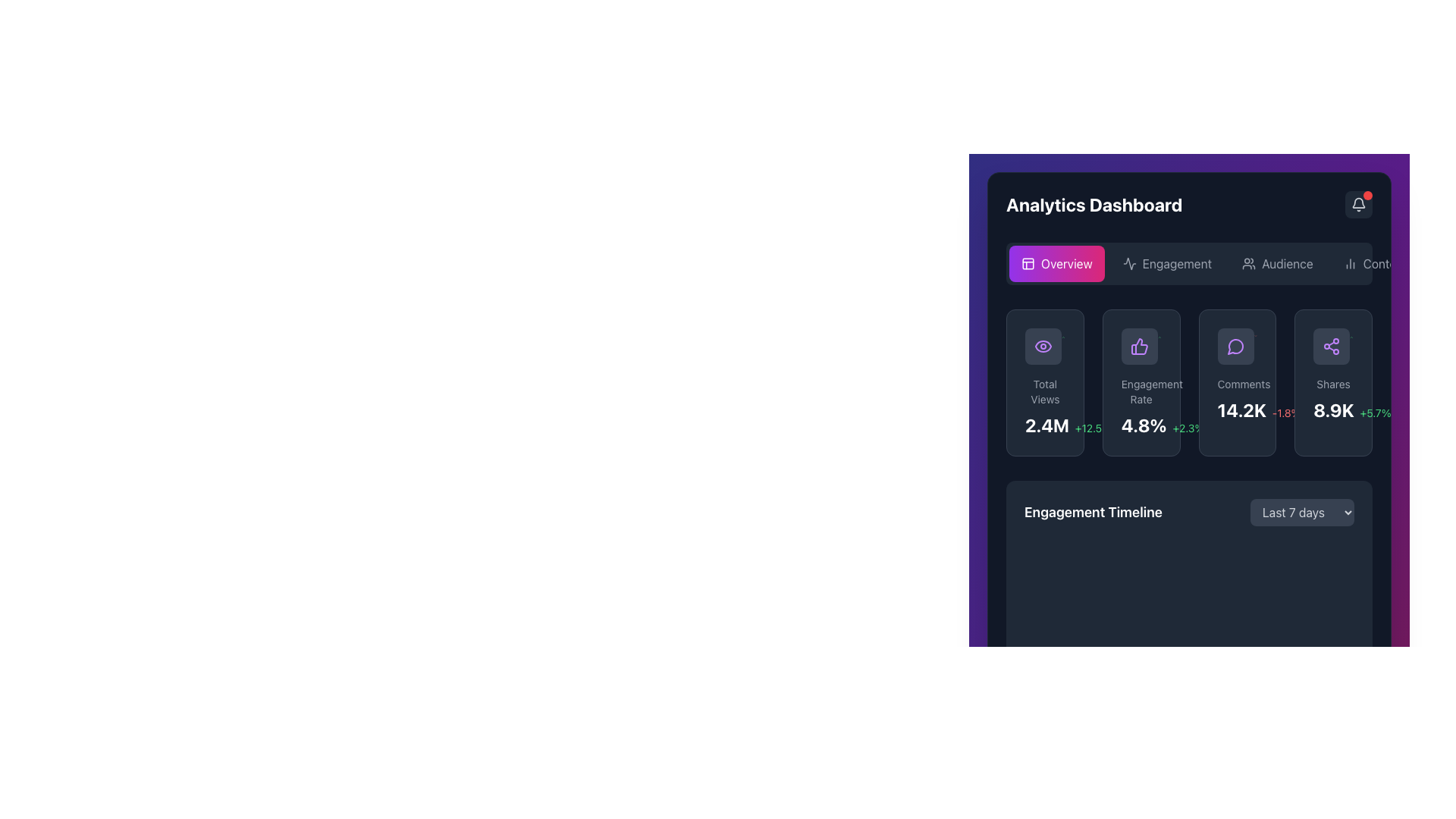 This screenshot has height=819, width=1456. Describe the element at coordinates (1065, 262) in the screenshot. I see `the 'Overview' text label within the button, which is displayed in white on a gradient pink-to-purple background` at that location.